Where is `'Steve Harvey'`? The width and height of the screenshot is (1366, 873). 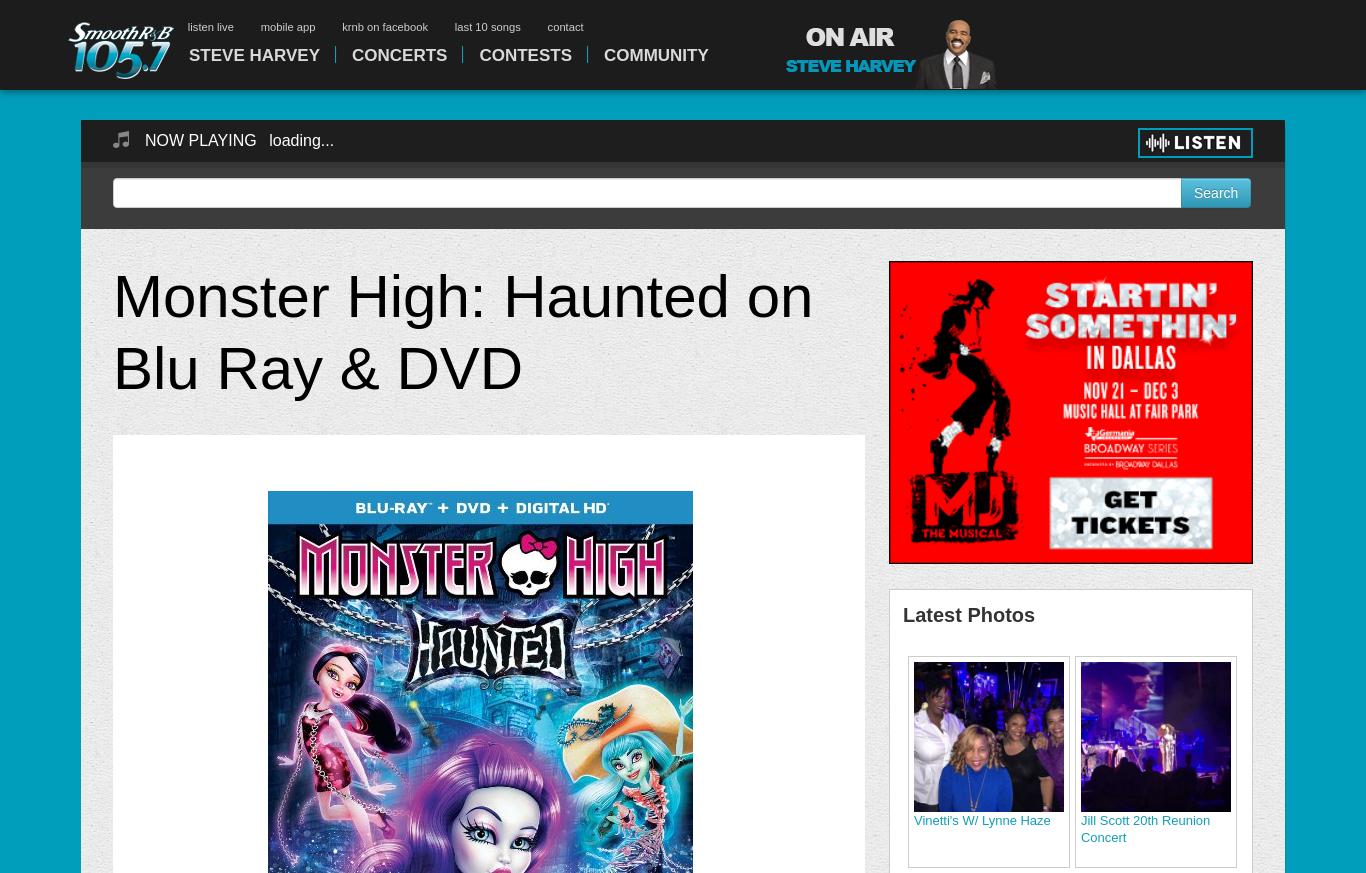
'Steve Harvey' is located at coordinates (254, 54).